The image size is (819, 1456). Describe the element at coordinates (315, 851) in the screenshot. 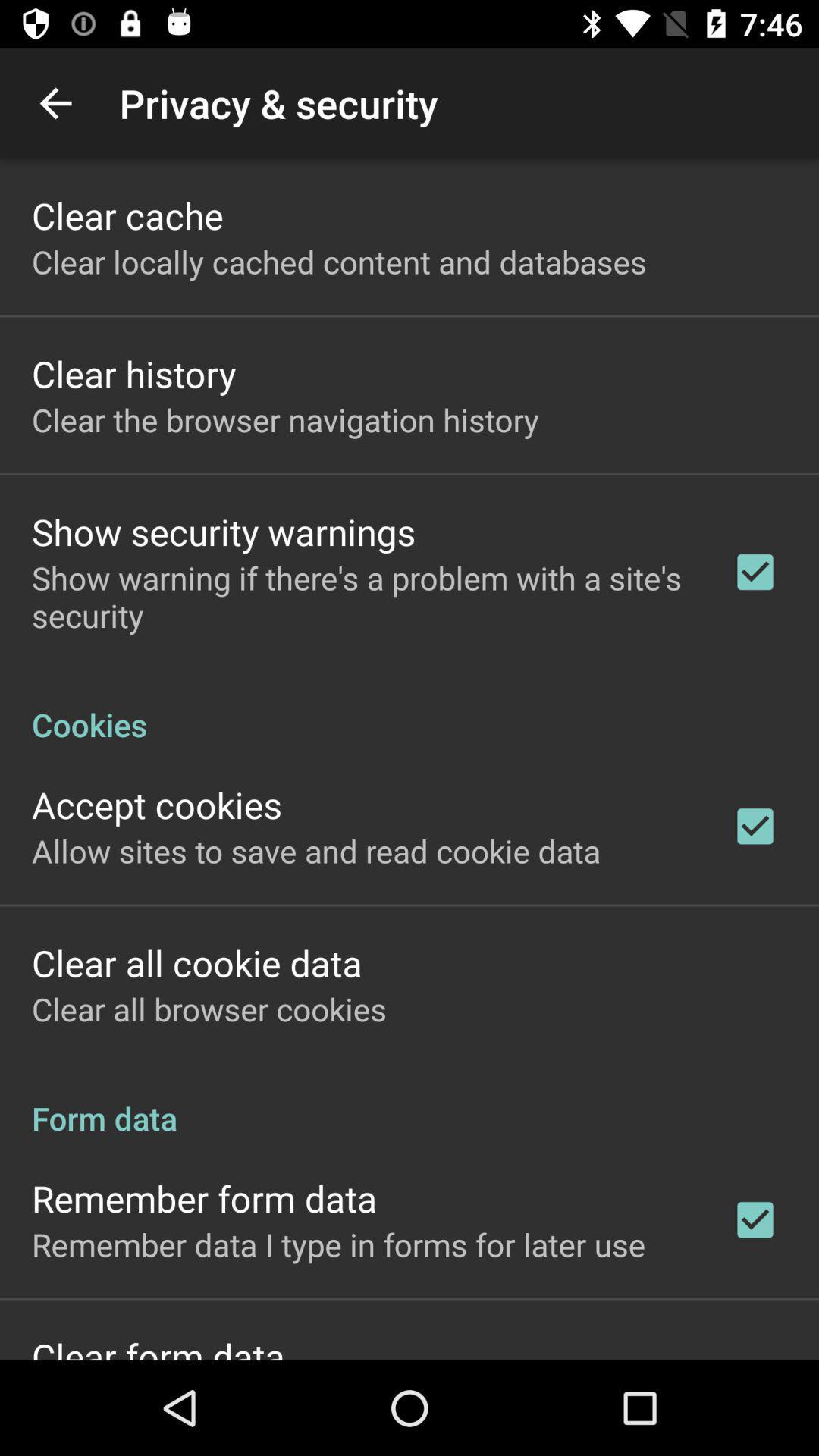

I see `icon above the clear all cookie icon` at that location.